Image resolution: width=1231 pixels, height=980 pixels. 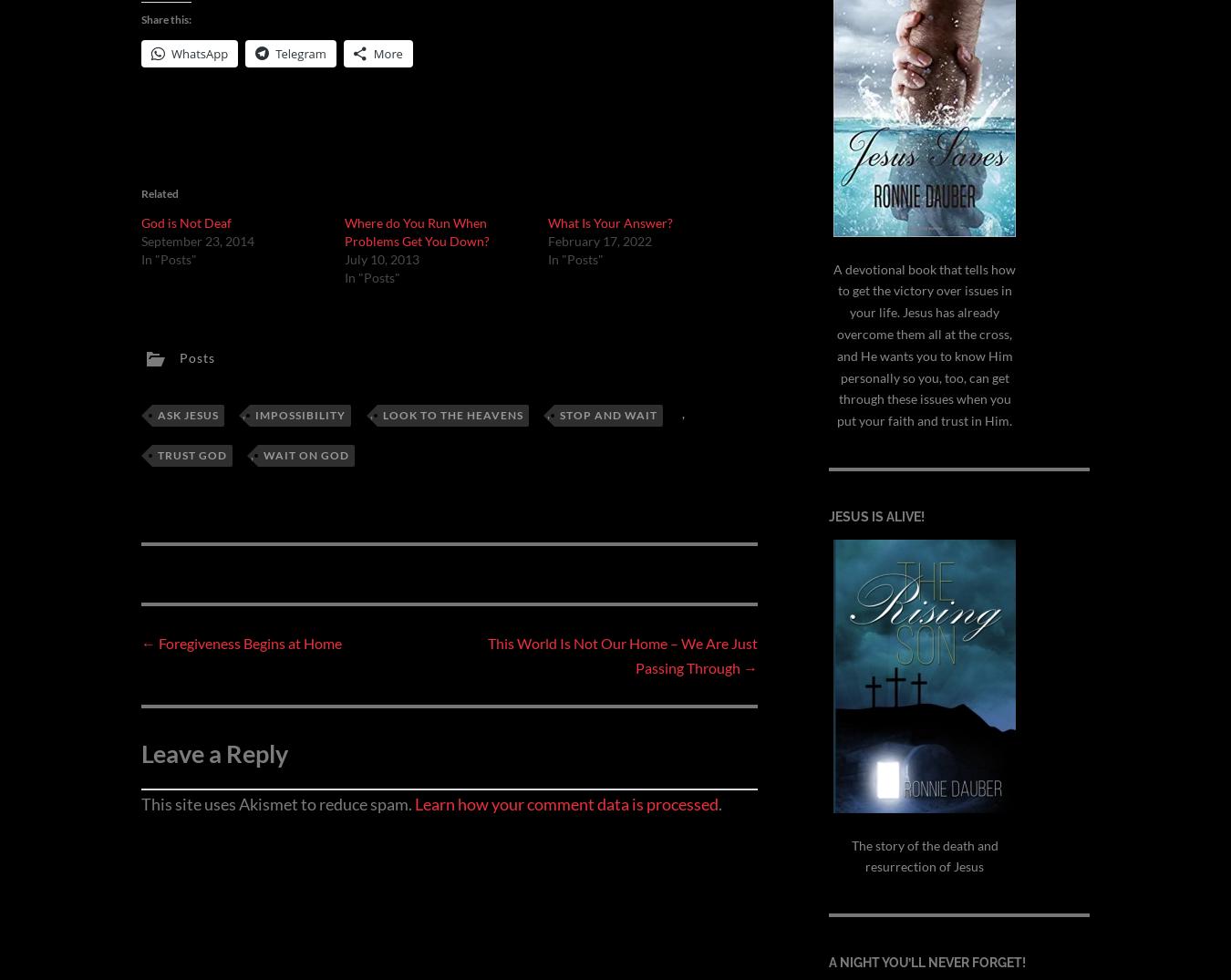 What do you see at coordinates (608, 414) in the screenshot?
I see `'Stop and wait'` at bounding box center [608, 414].